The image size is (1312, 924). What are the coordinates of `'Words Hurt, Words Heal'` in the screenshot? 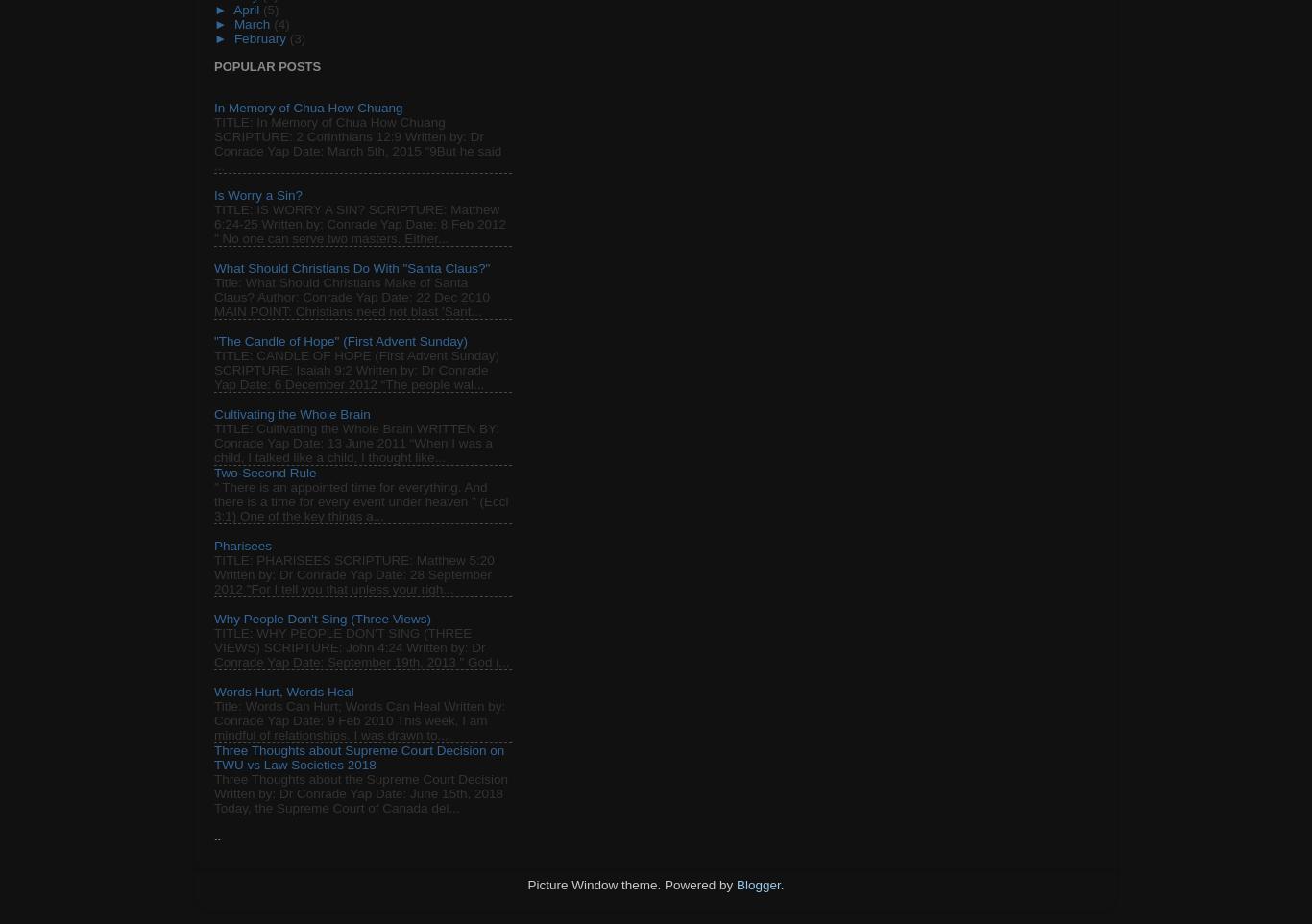 It's located at (283, 691).